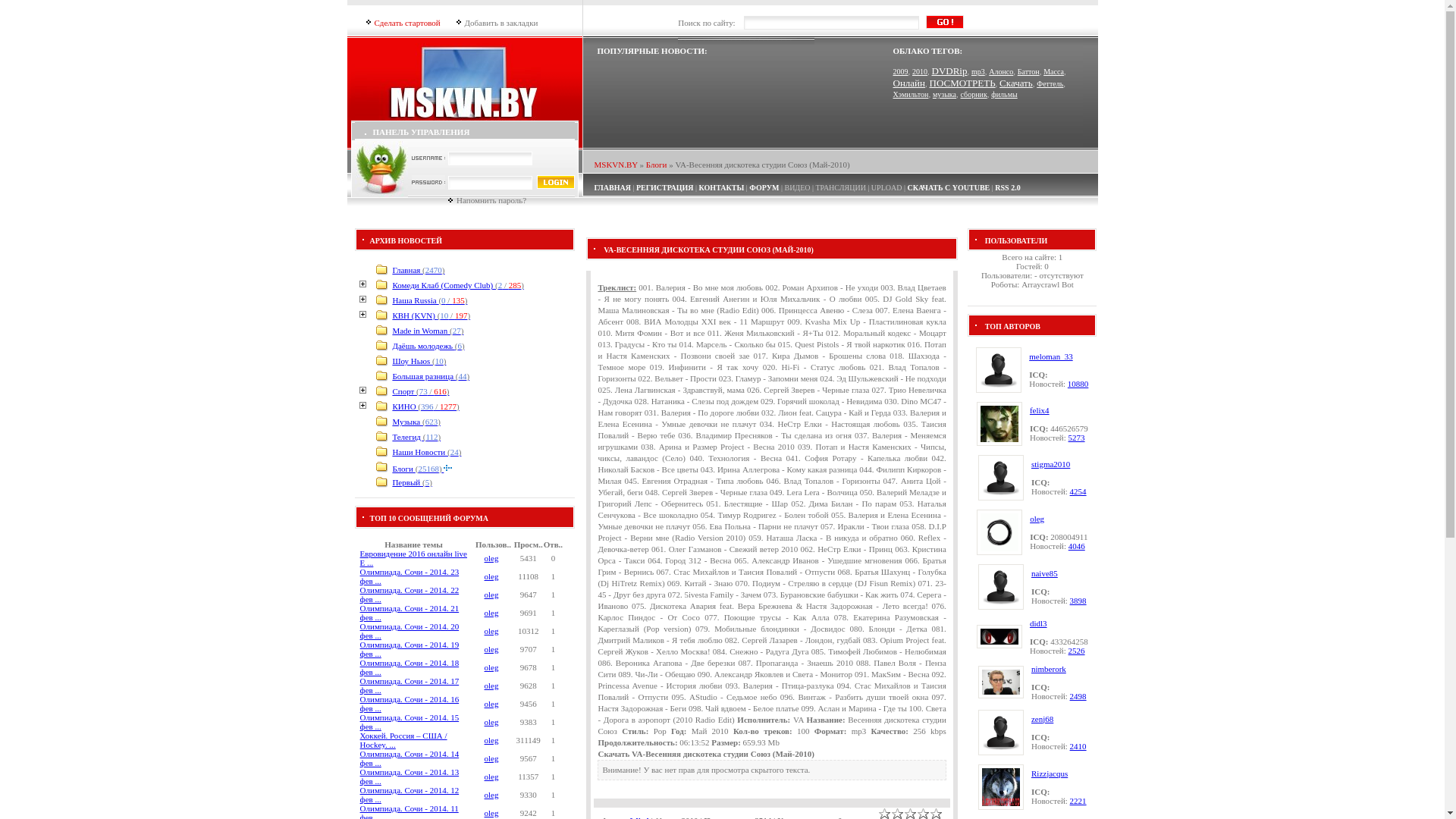 The image size is (1456, 819). Describe the element at coordinates (994, 187) in the screenshot. I see `'RSS 2.0'` at that location.